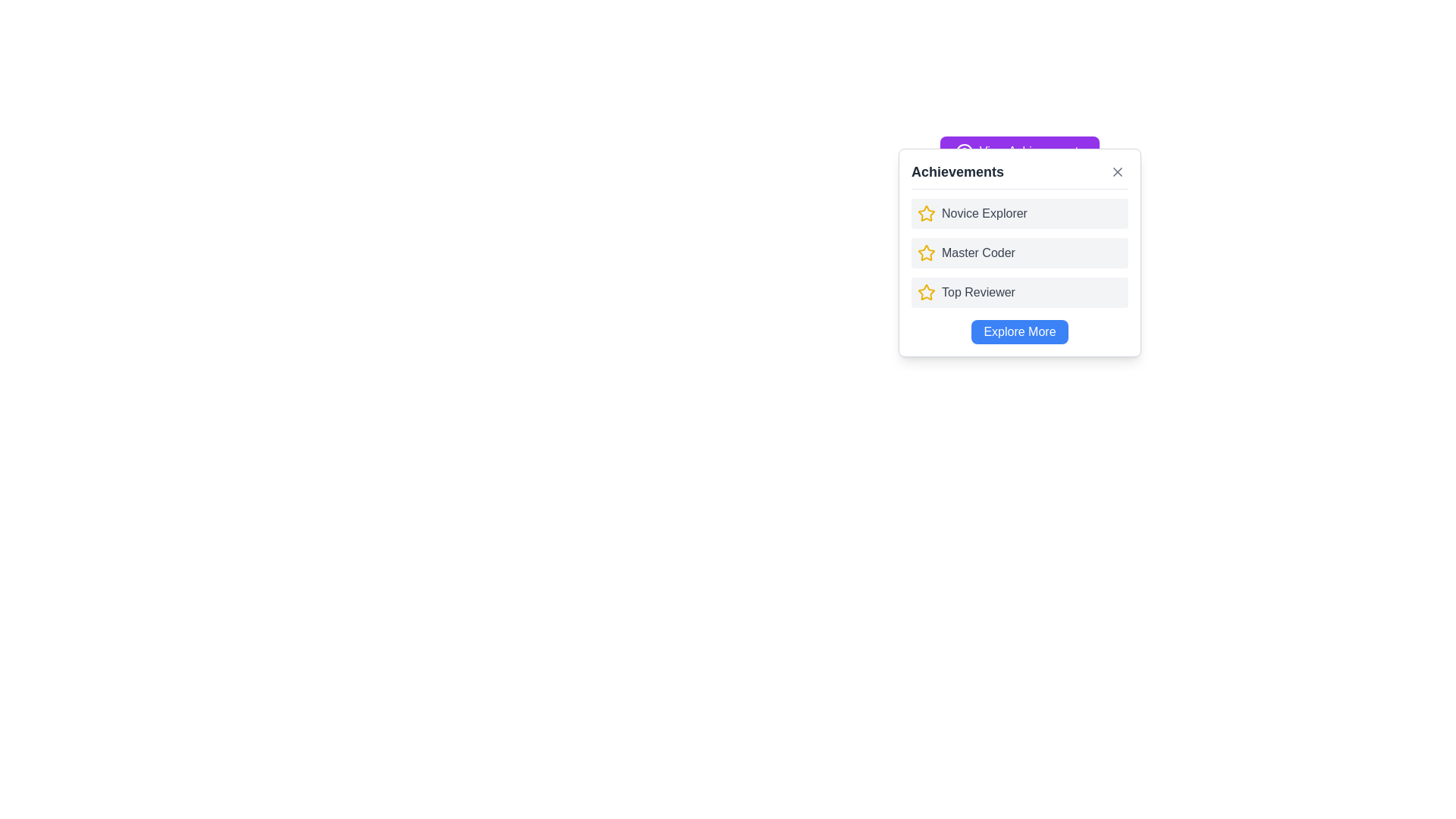 The image size is (1456, 819). What do you see at coordinates (1019, 331) in the screenshot?
I see `the call-to-action button located at the bottom-center of the 'Achievements' pop-up` at bounding box center [1019, 331].